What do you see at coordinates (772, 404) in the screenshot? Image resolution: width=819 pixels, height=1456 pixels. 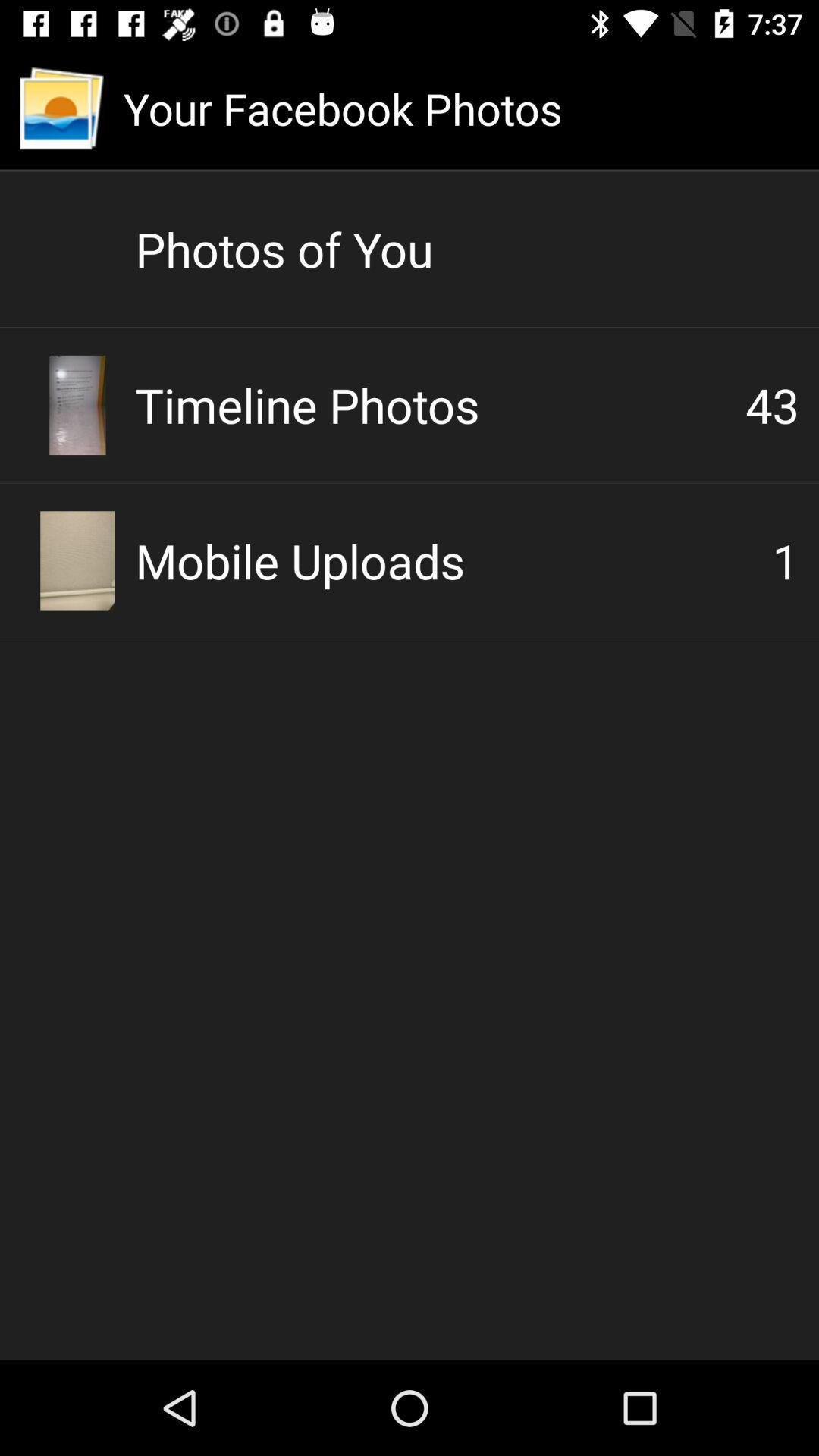 I see `the app to the right of timeline photos app` at bounding box center [772, 404].